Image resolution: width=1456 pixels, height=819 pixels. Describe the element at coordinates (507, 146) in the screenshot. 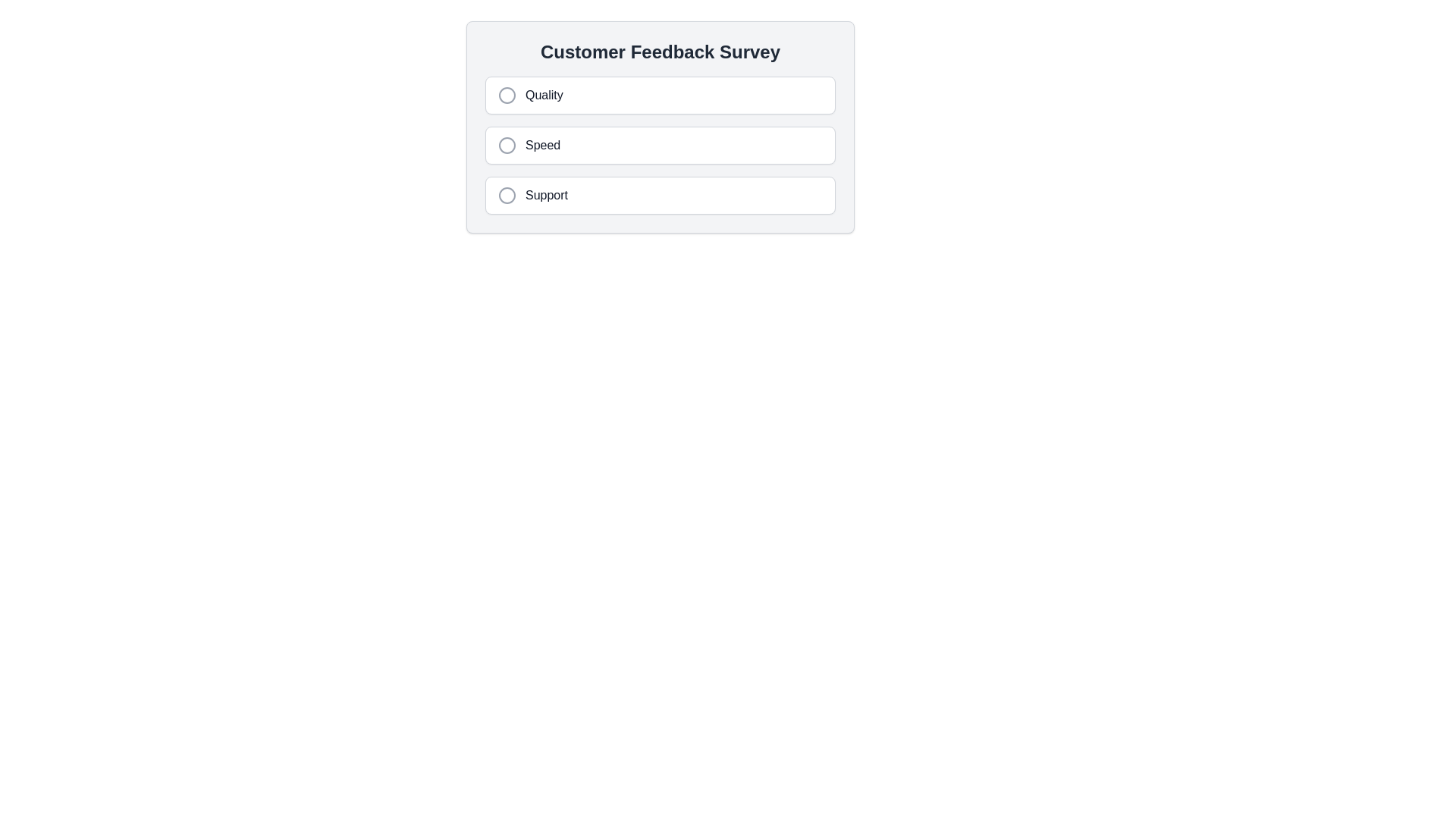

I see `the circular icon associated with the radio button labeled 'Speed'` at that location.